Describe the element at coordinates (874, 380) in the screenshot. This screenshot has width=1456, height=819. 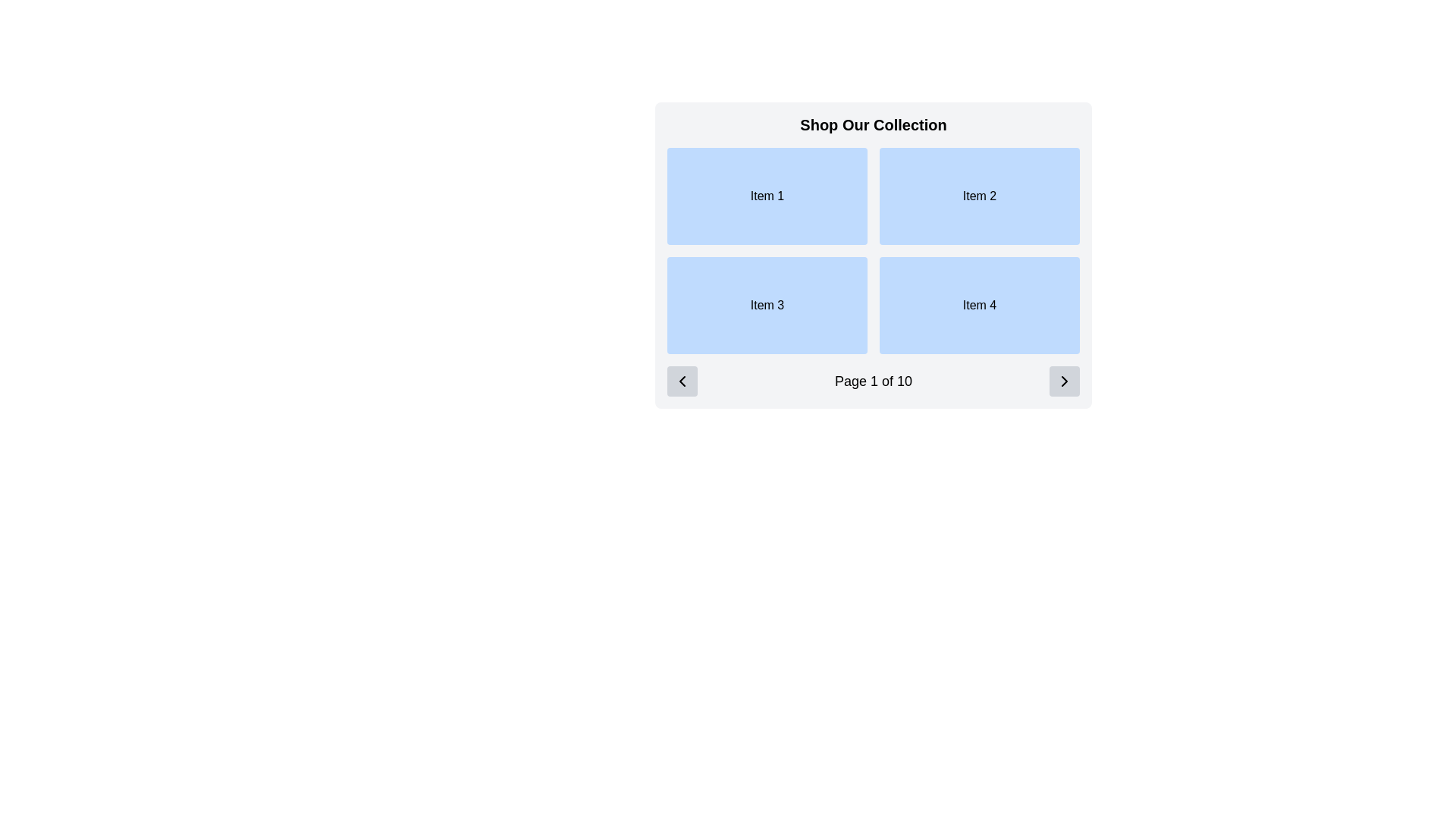
I see `the text displaying the current page number and total number of pages, located at the bottom of the 'Shop Our Collection' section` at that location.